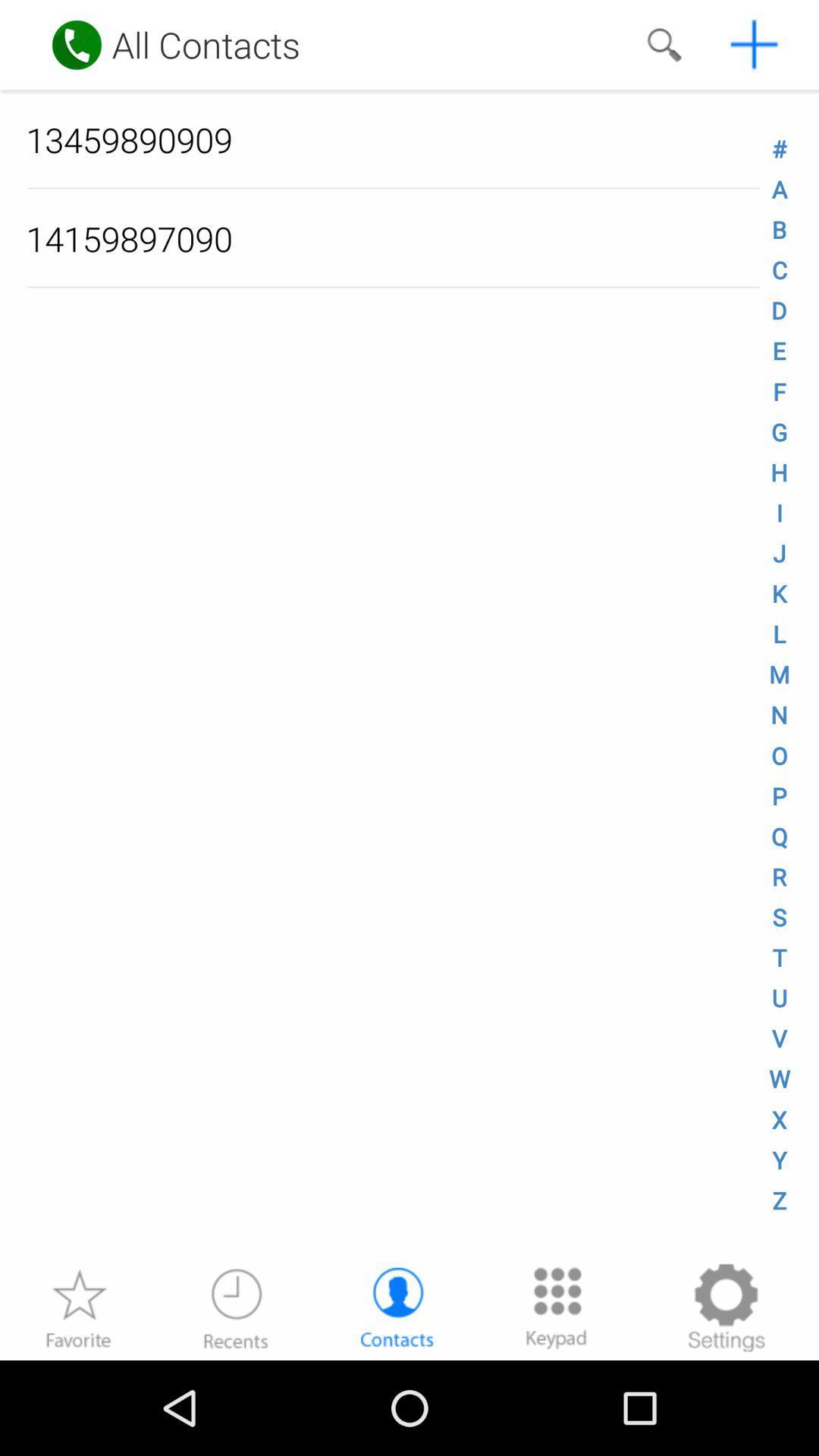 This screenshot has height=1456, width=819. Describe the element at coordinates (725, 1307) in the screenshot. I see `setting button` at that location.